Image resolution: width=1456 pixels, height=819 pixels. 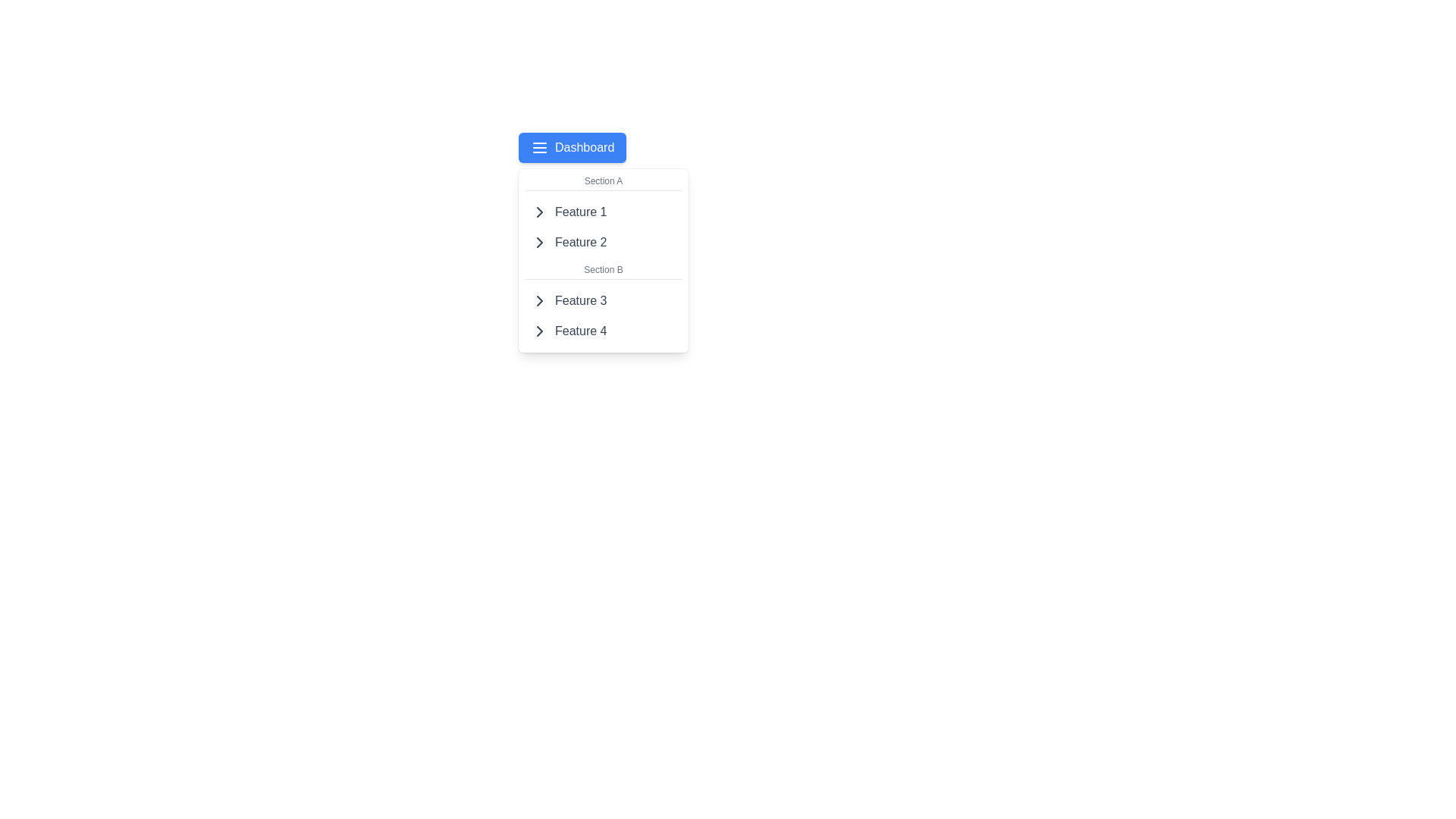 I want to click on the Interactive menu item that represents 'Feature 2' located in the vertical list under 'Section A', so click(x=603, y=242).